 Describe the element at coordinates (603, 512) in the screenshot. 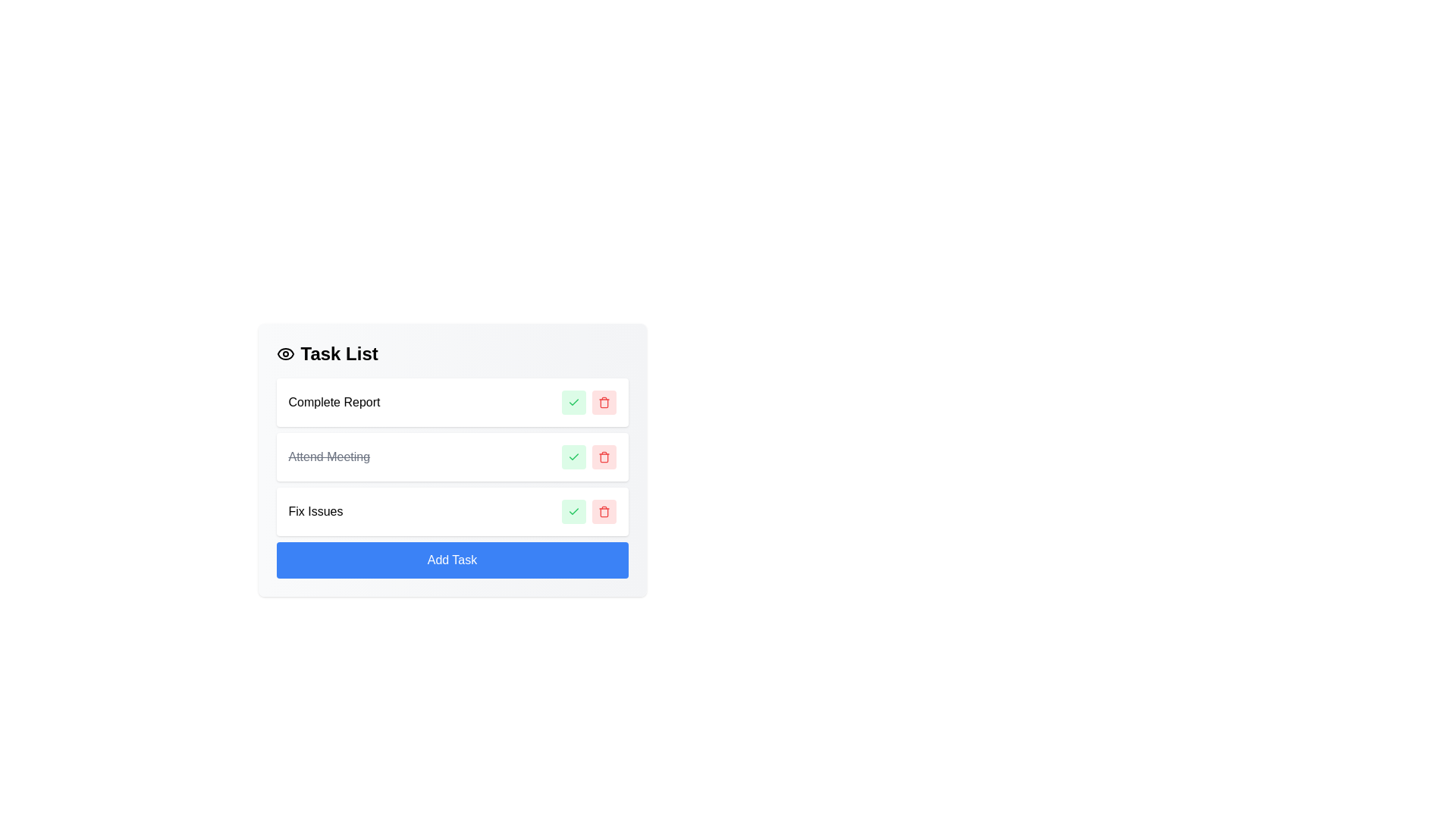

I see `the delete button for the task named Fix Issues` at that location.